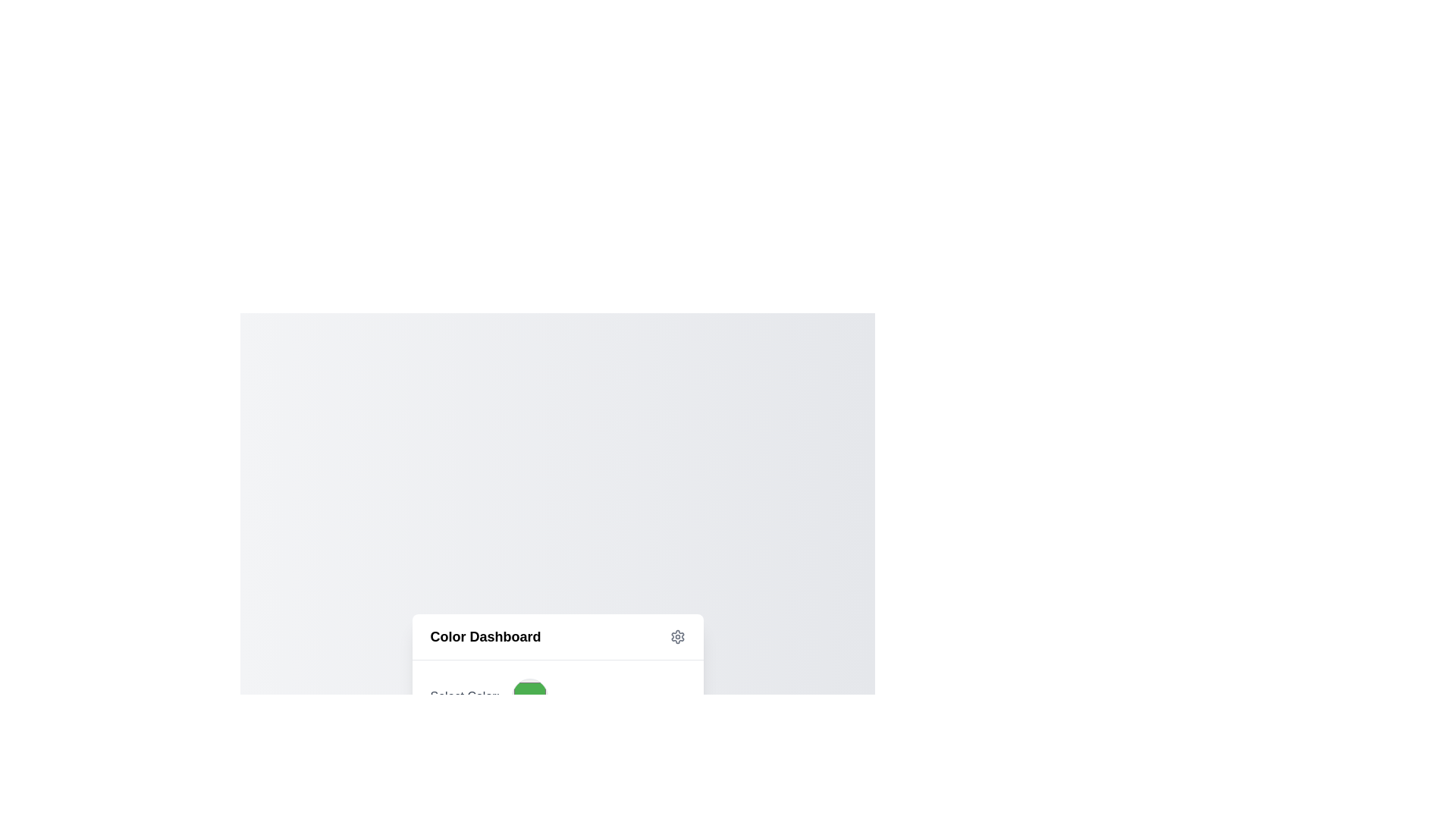 The width and height of the screenshot is (1456, 819). I want to click on the Static informational box displaying 'Current color: #4CAF50' with a green background, located beneath the 'Select Color:' section, so click(557, 748).